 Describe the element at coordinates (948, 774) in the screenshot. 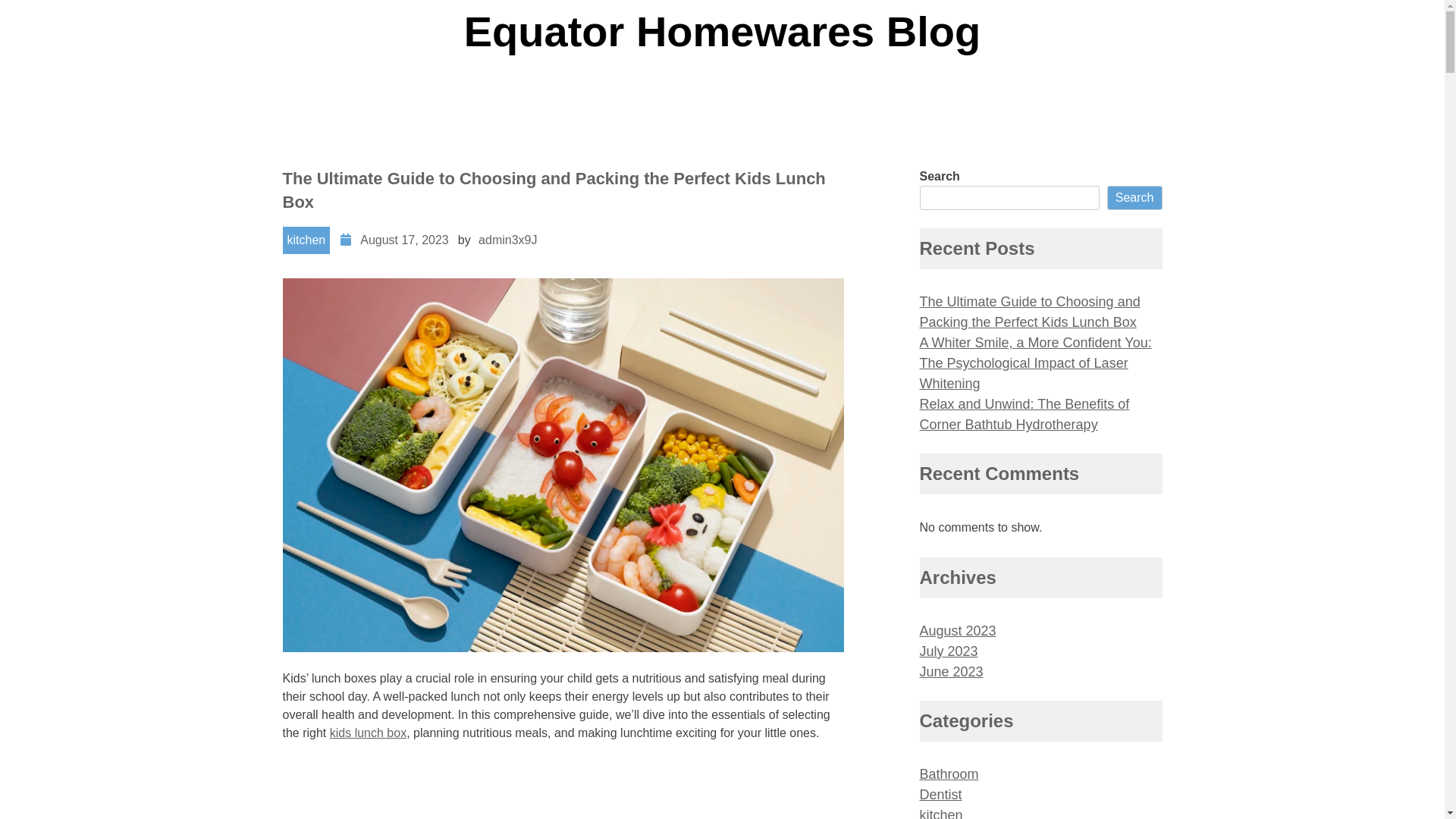

I see `'Bathroom'` at that location.